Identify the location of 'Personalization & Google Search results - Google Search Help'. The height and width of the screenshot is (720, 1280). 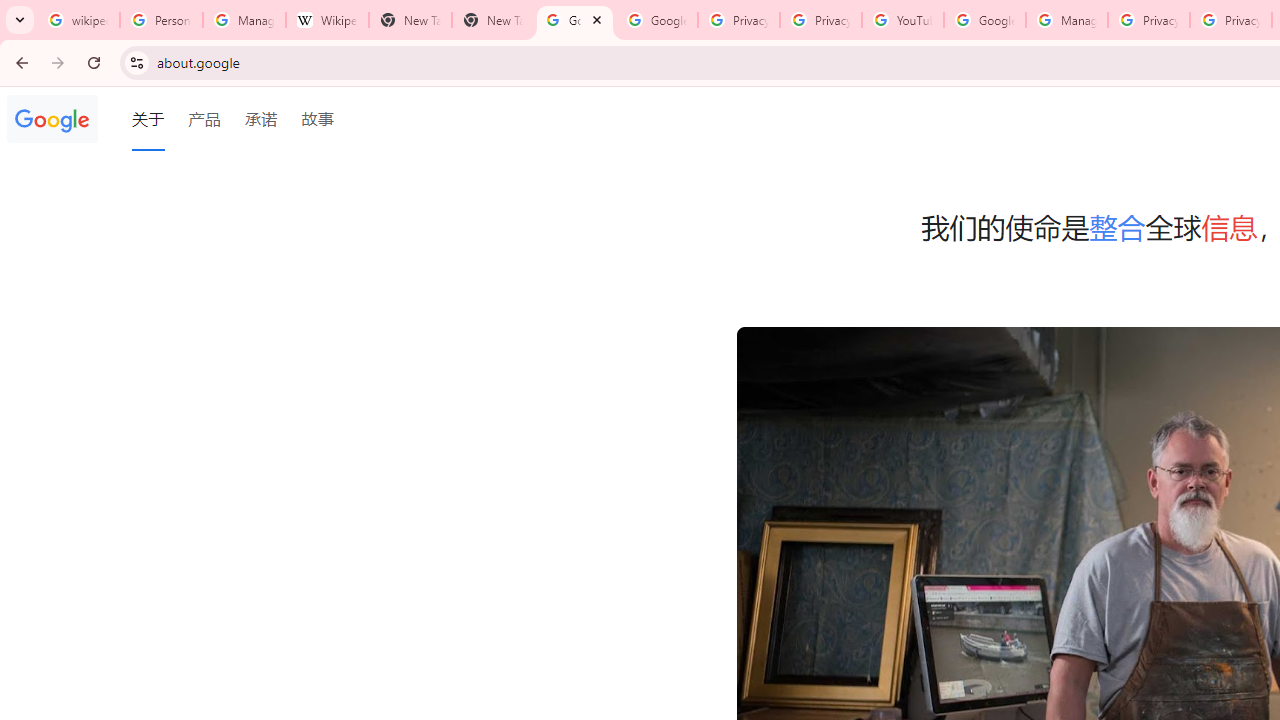
(161, 20).